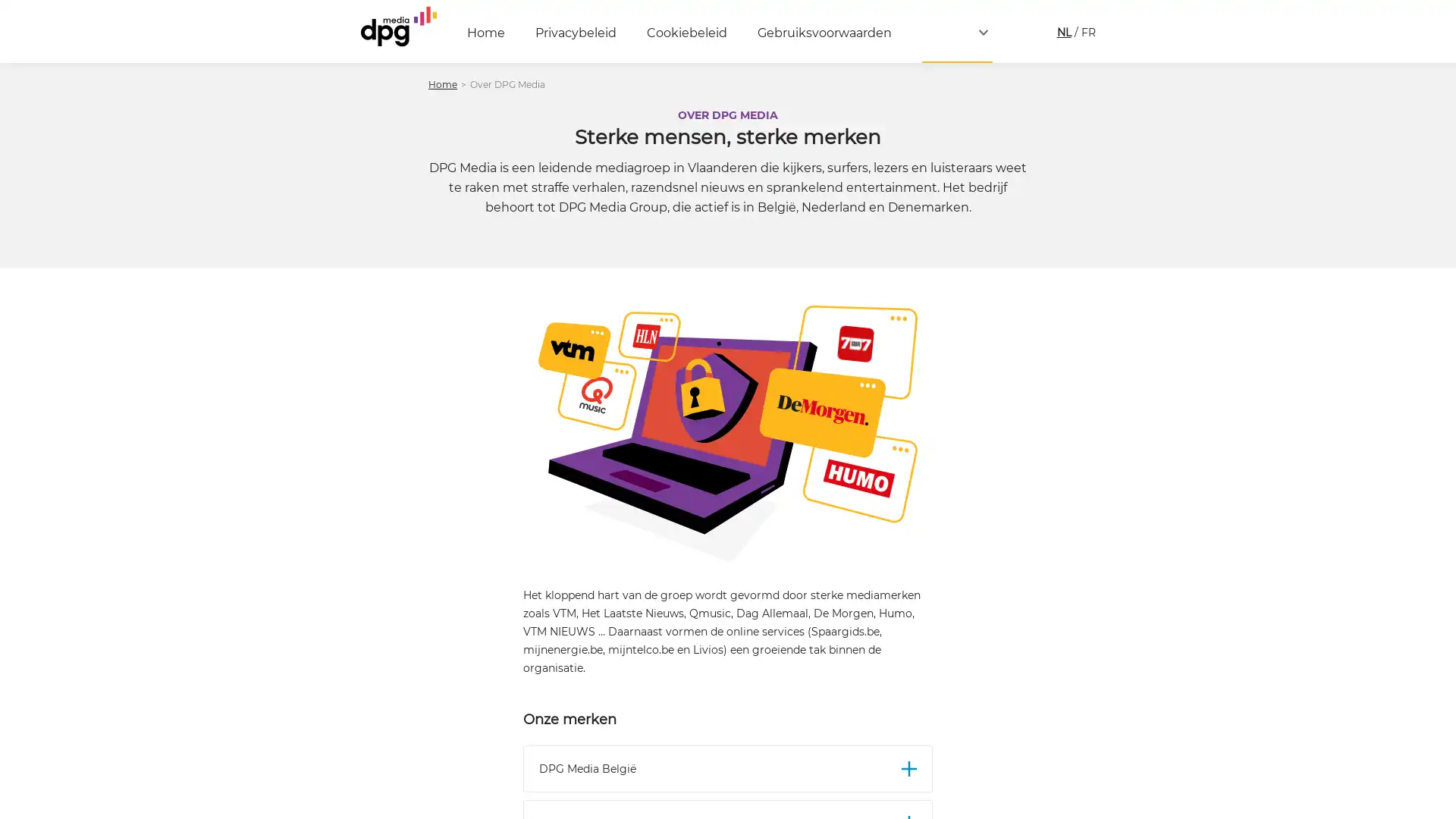 The height and width of the screenshot is (819, 1456). What do you see at coordinates (1436, 595) in the screenshot?
I see `close icon` at bounding box center [1436, 595].